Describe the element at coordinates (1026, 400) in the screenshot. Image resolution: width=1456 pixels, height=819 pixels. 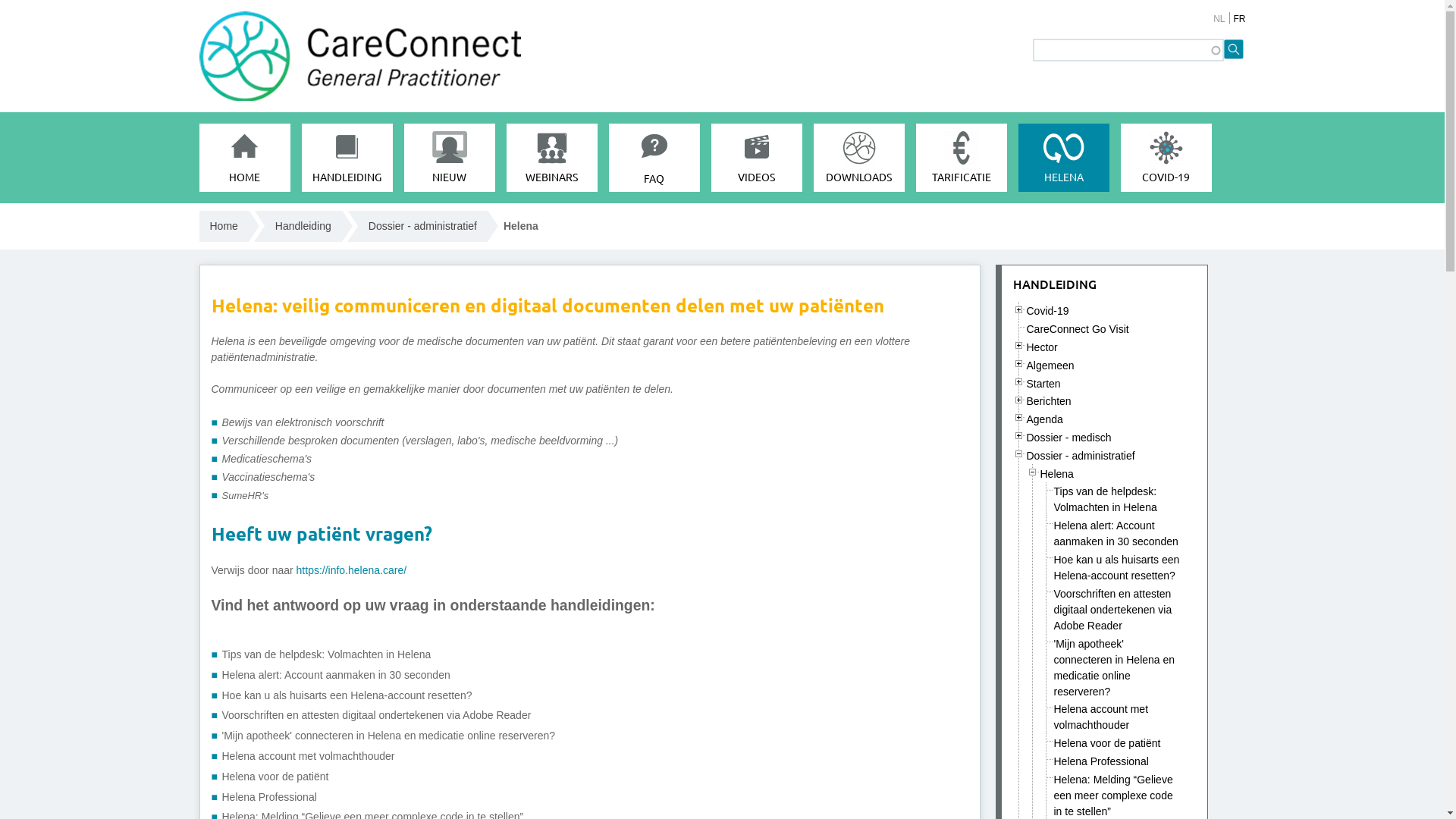
I see `'Berichten'` at that location.